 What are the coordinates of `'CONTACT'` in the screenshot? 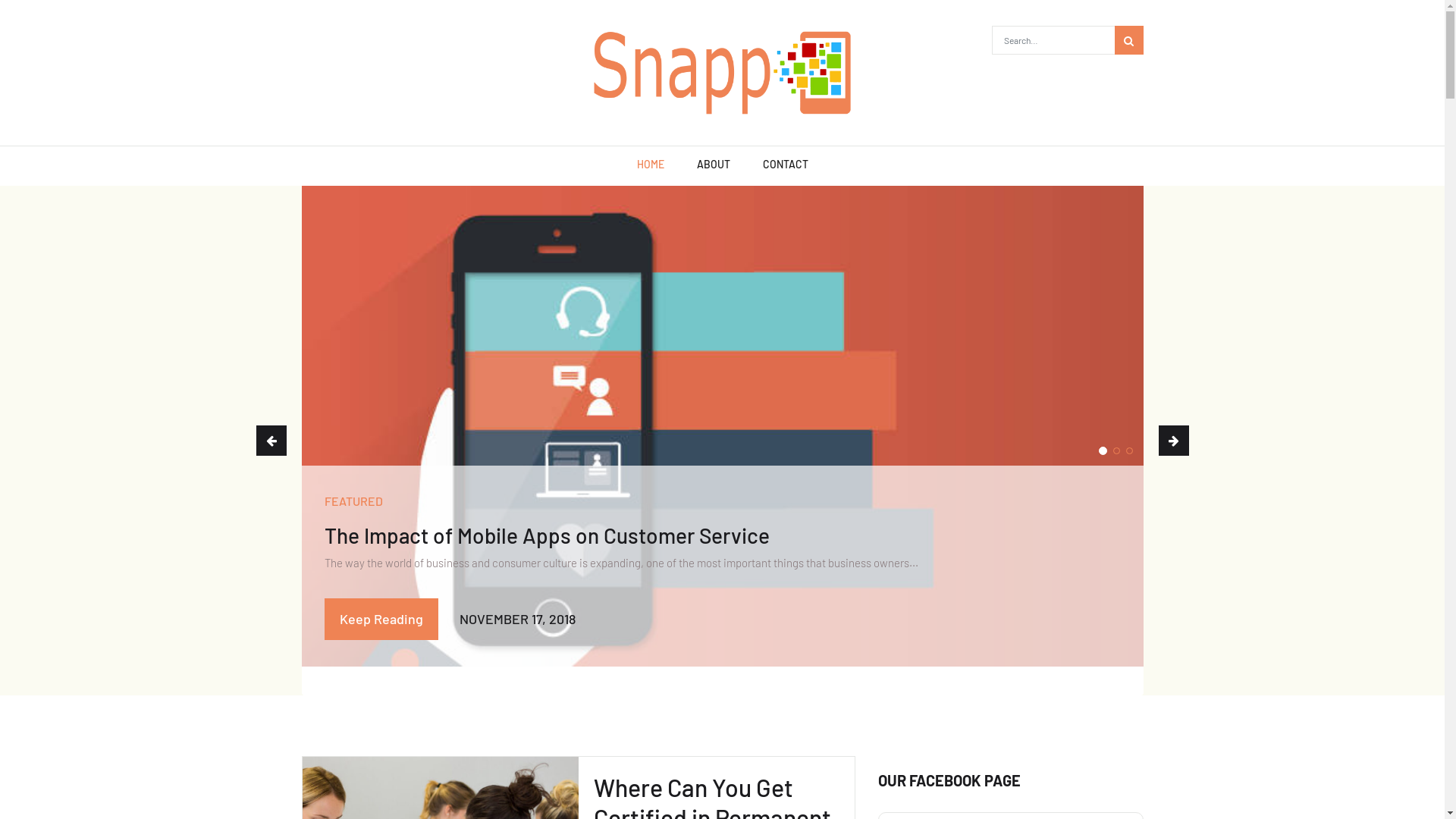 It's located at (786, 166).